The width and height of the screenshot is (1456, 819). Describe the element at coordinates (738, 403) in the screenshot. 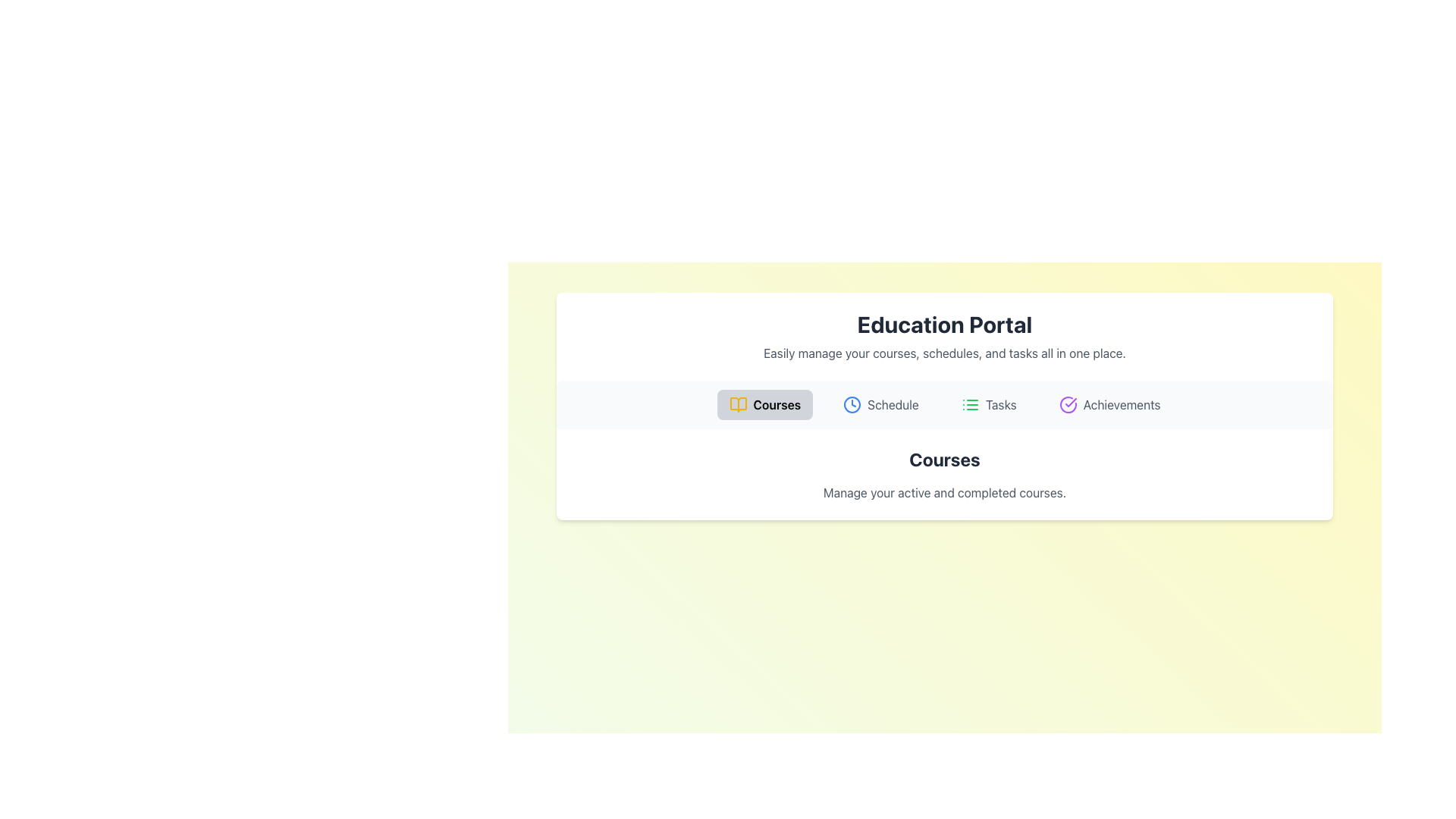

I see `the yellow open book icon in the navigation bar labeled 'Courses' located under the header 'Education Portal'` at that location.